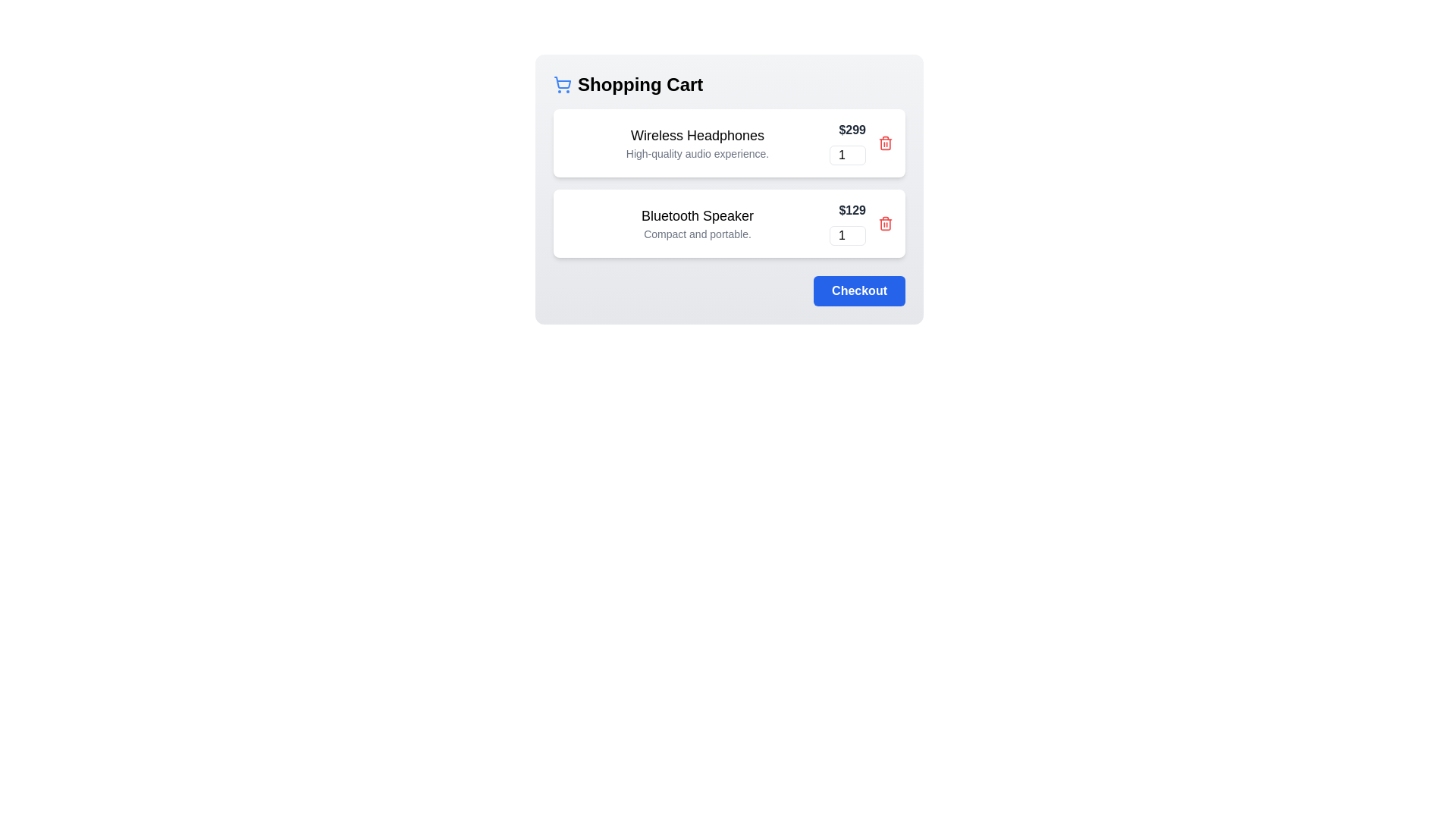 The width and height of the screenshot is (1456, 819). I want to click on the item name to view its details, so click(697, 134).